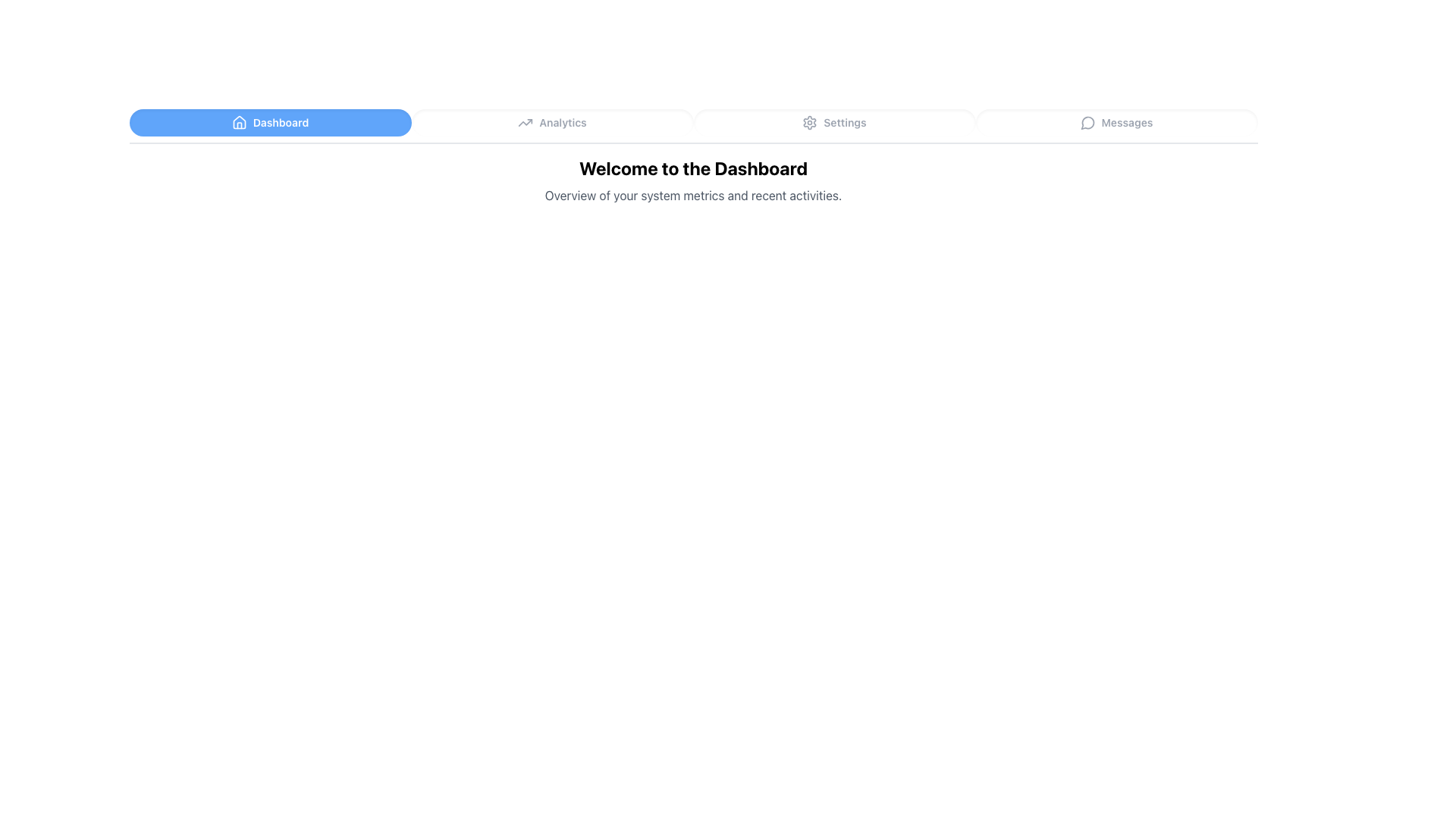  What do you see at coordinates (1127, 122) in the screenshot?
I see `the meaning of the 'Messages' label, which is a small, bold, gray text located` at bounding box center [1127, 122].